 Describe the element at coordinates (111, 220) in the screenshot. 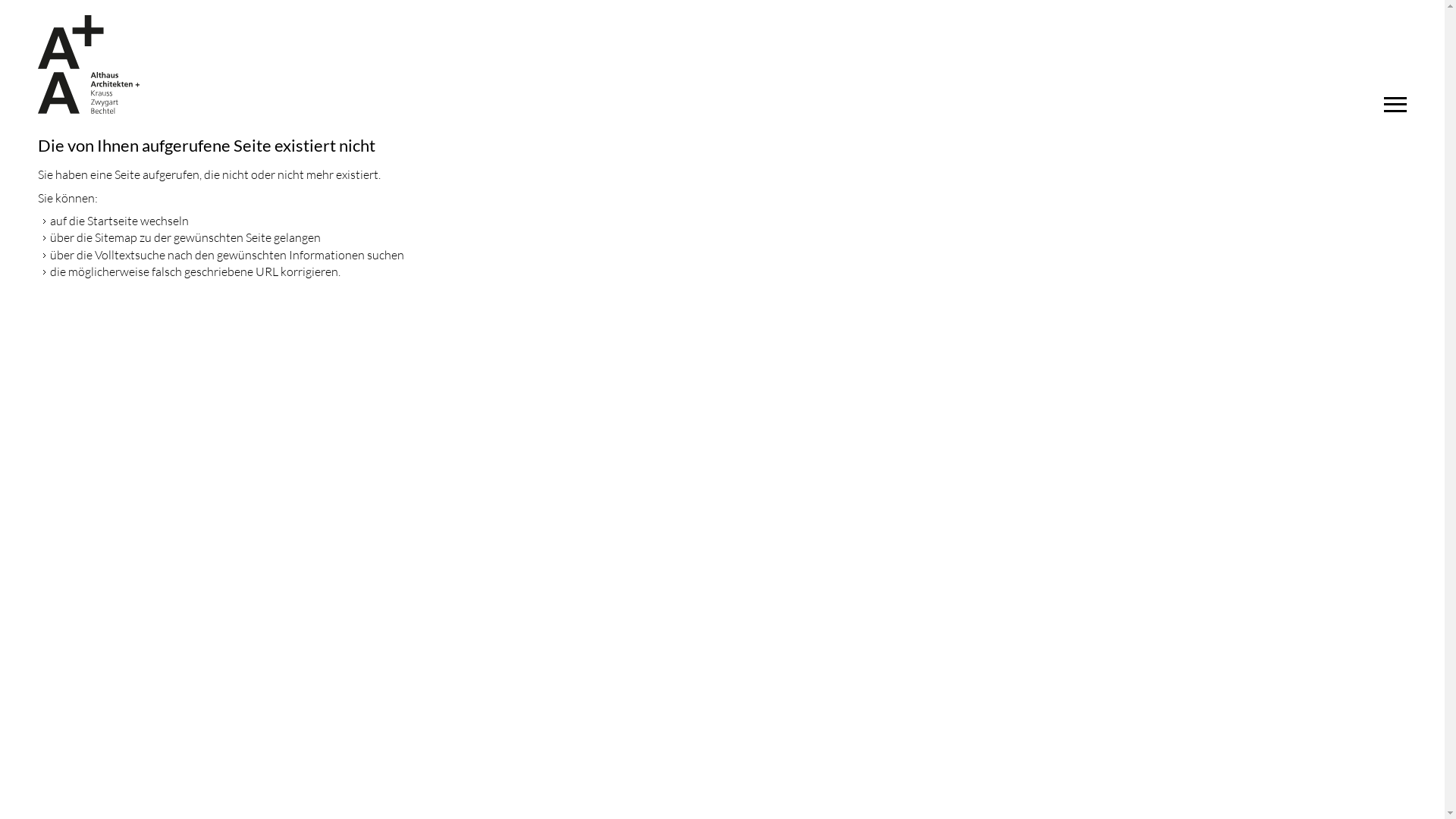

I see `'Startseite'` at that location.